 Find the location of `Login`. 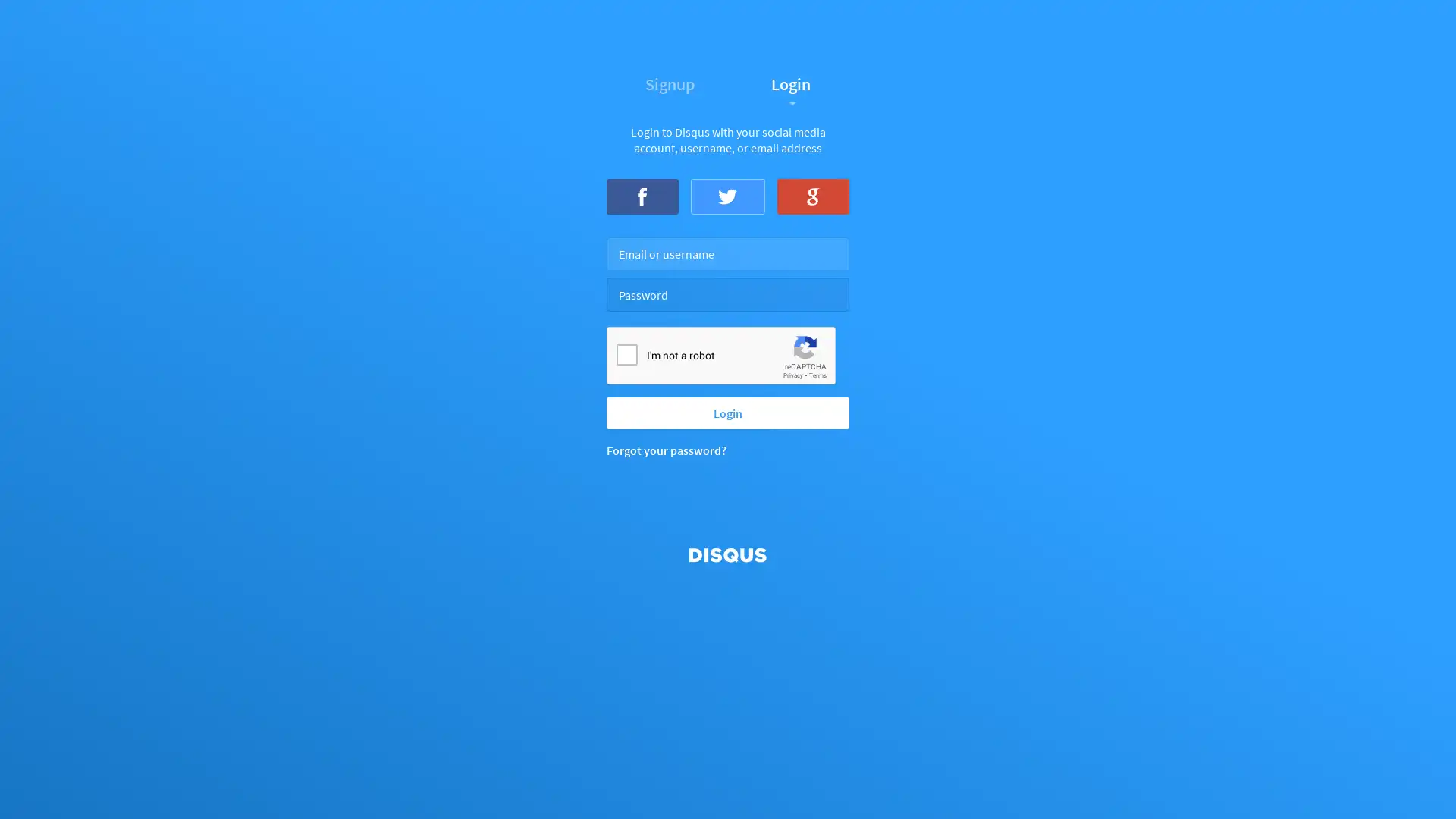

Login is located at coordinates (728, 412).